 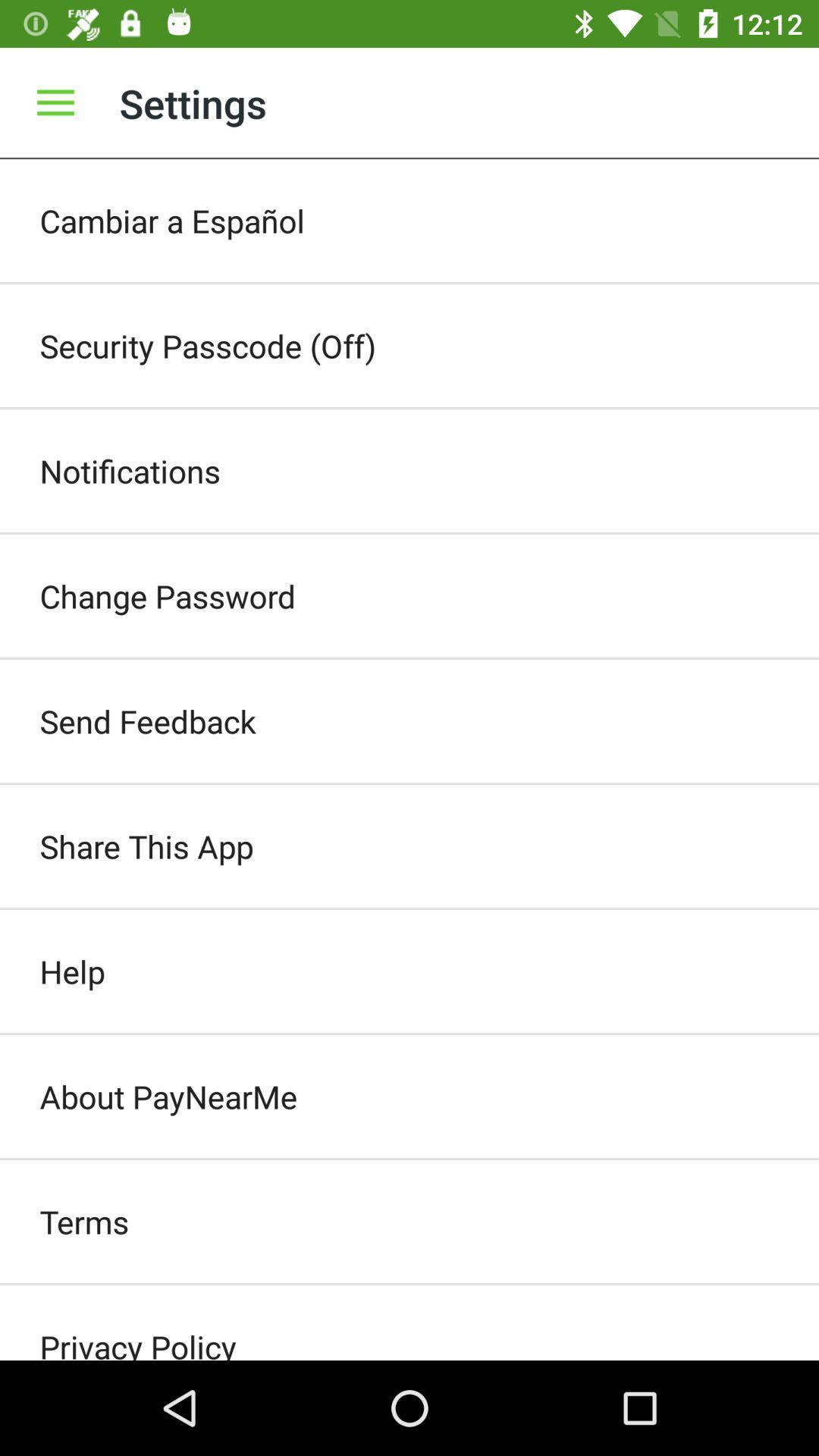 I want to click on the share this app item, so click(x=409, y=846).